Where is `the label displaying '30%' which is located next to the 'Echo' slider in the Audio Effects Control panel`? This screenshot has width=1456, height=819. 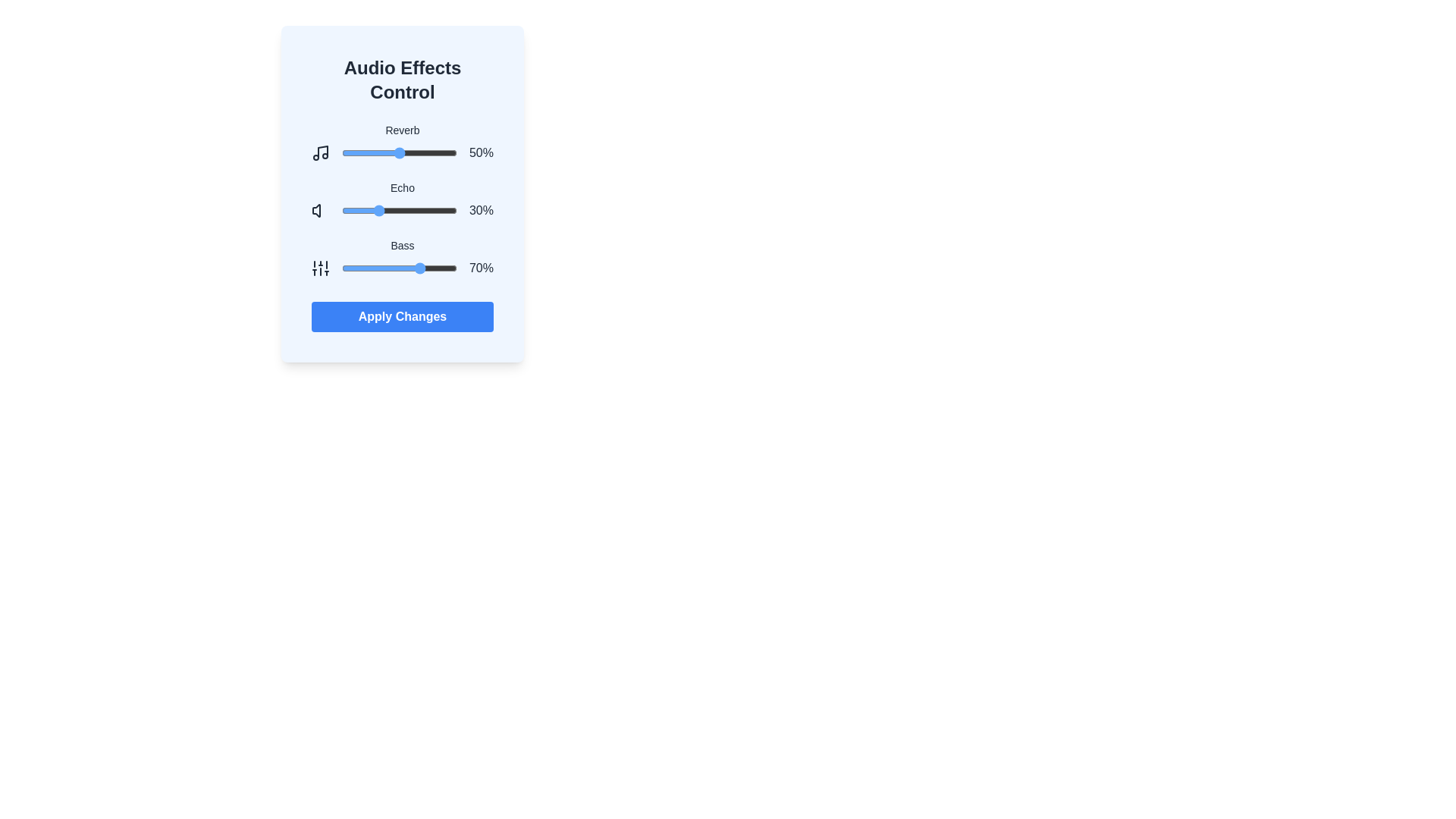
the label displaying '30%' which is located next to the 'Echo' slider in the Audio Effects Control panel is located at coordinates (480, 210).